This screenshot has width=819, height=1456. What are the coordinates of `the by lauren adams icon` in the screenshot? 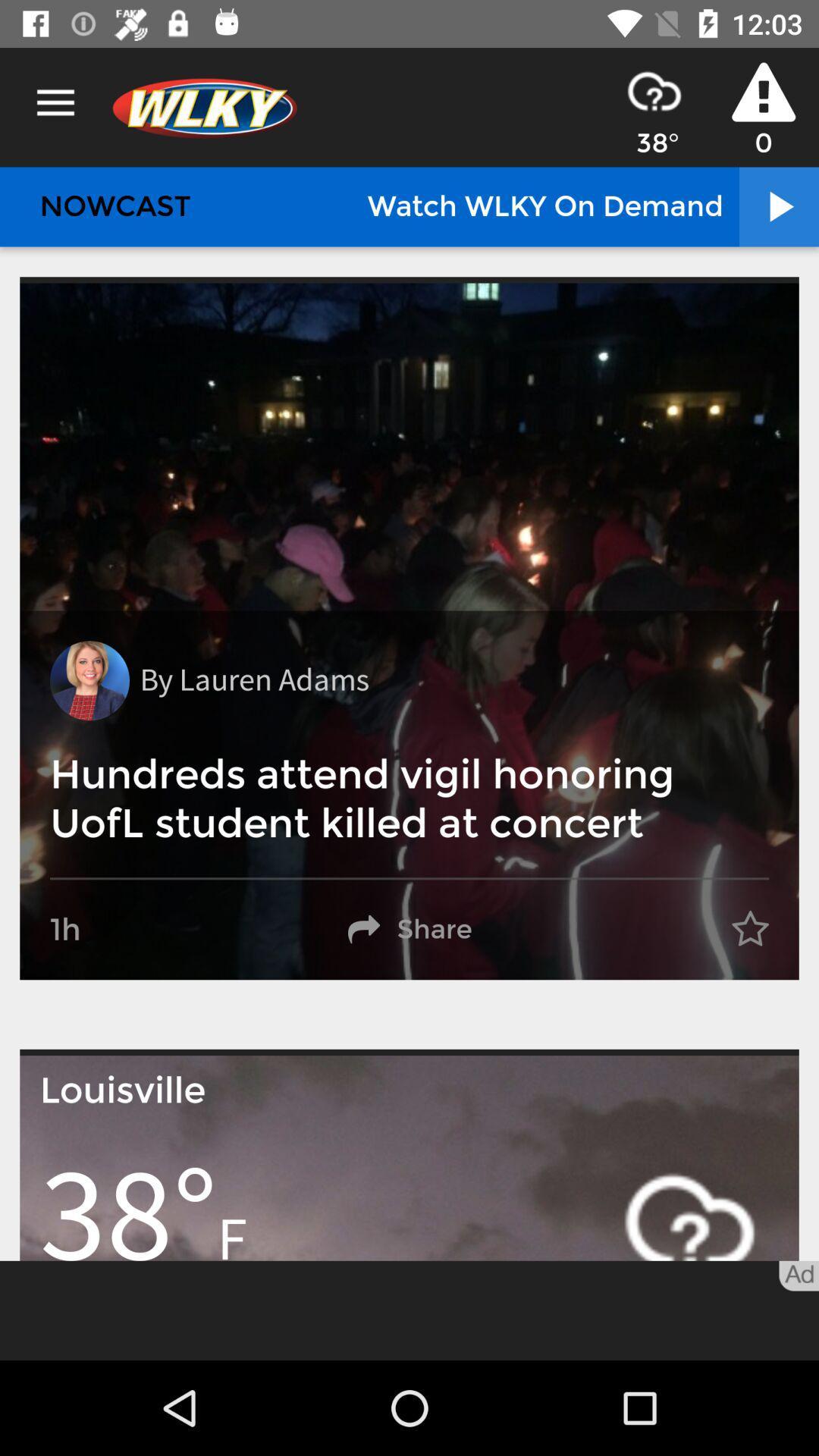 It's located at (253, 679).